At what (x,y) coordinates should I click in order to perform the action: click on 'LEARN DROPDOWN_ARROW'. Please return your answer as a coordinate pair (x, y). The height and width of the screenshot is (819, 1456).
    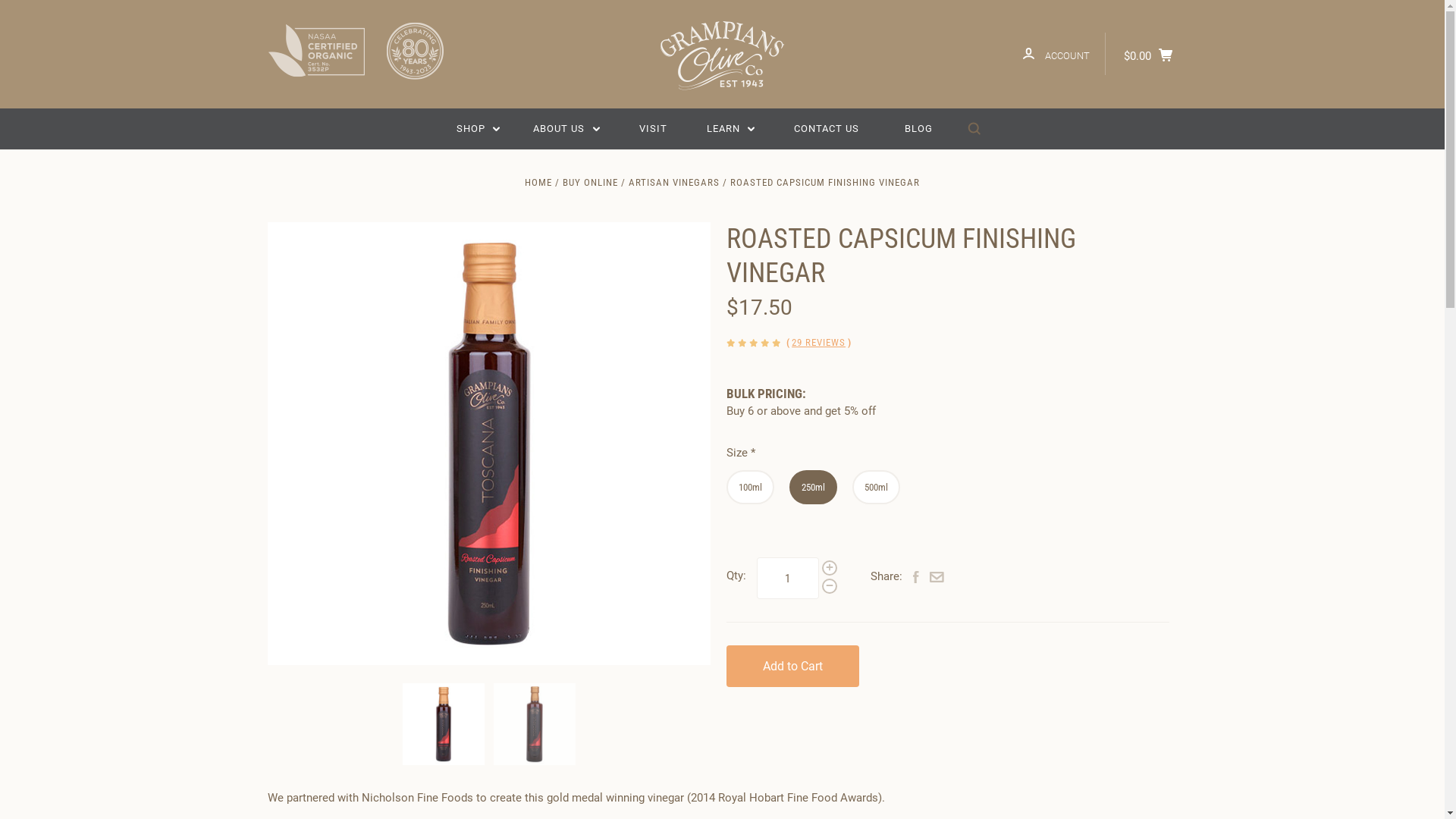
    Looking at the image, I should click on (731, 127).